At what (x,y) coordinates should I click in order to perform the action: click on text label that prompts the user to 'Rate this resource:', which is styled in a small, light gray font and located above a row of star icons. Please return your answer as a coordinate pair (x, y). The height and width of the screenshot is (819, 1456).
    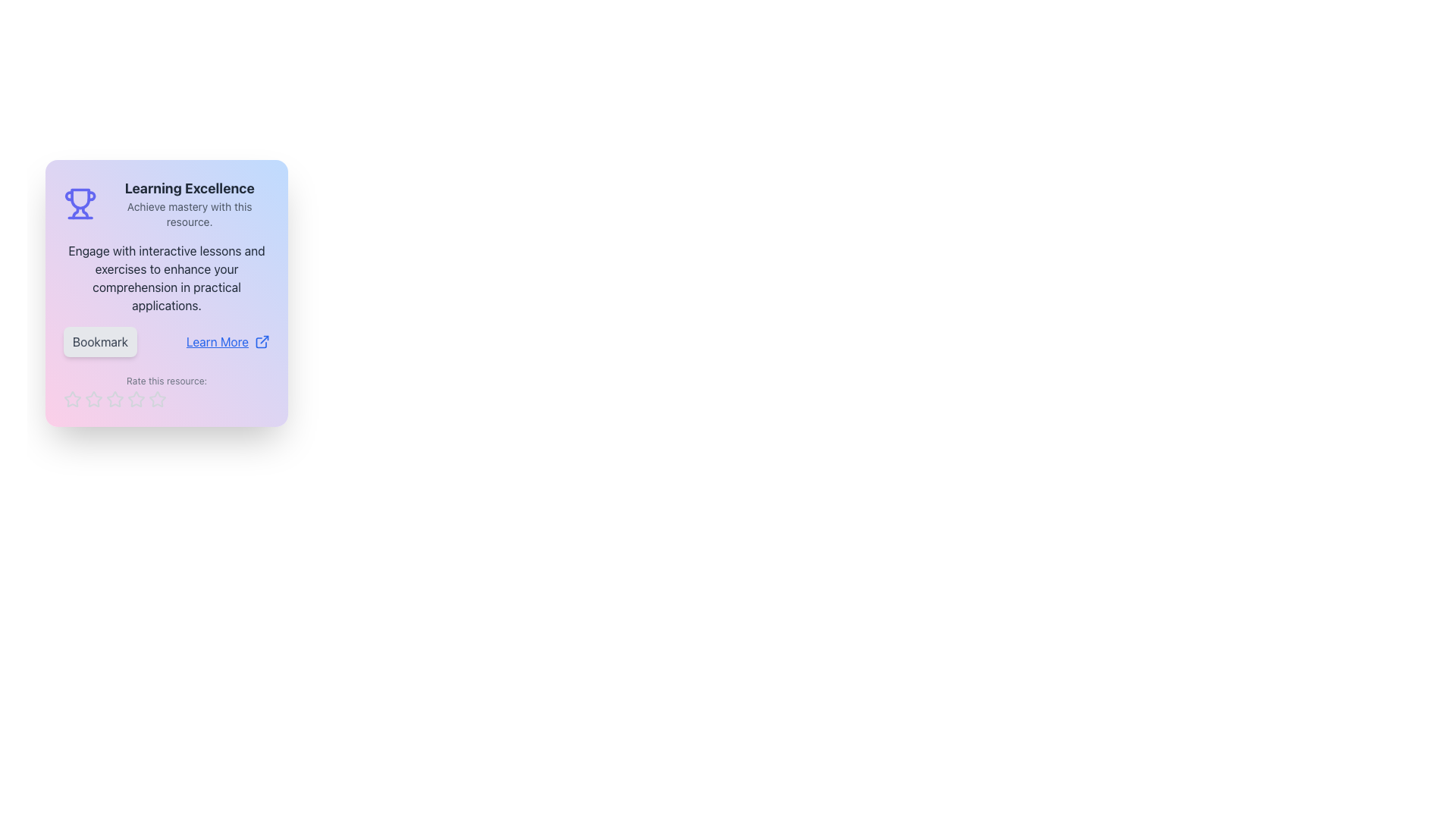
    Looking at the image, I should click on (167, 391).